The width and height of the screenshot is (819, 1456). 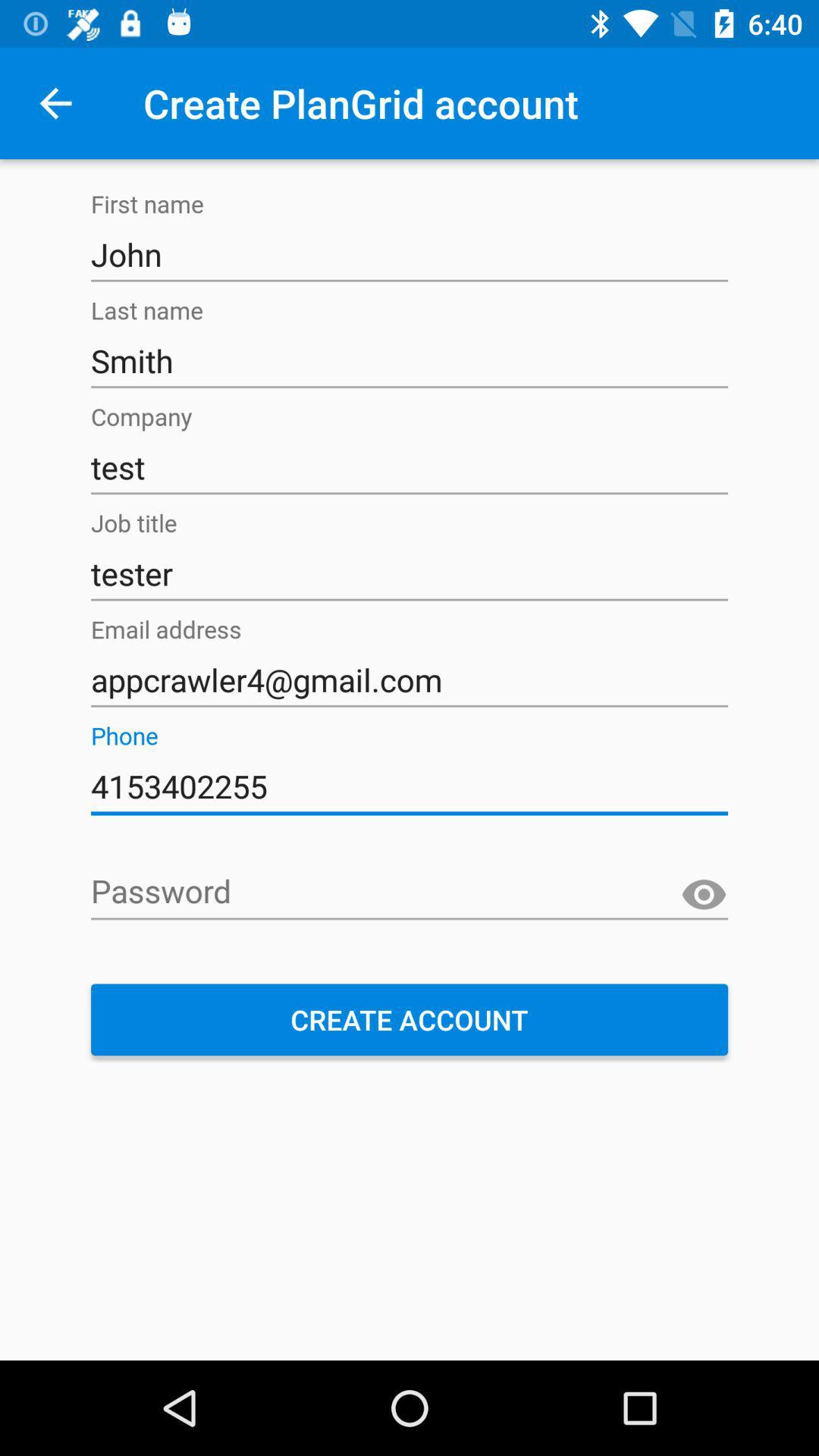 What do you see at coordinates (704, 895) in the screenshot?
I see `password masking` at bounding box center [704, 895].